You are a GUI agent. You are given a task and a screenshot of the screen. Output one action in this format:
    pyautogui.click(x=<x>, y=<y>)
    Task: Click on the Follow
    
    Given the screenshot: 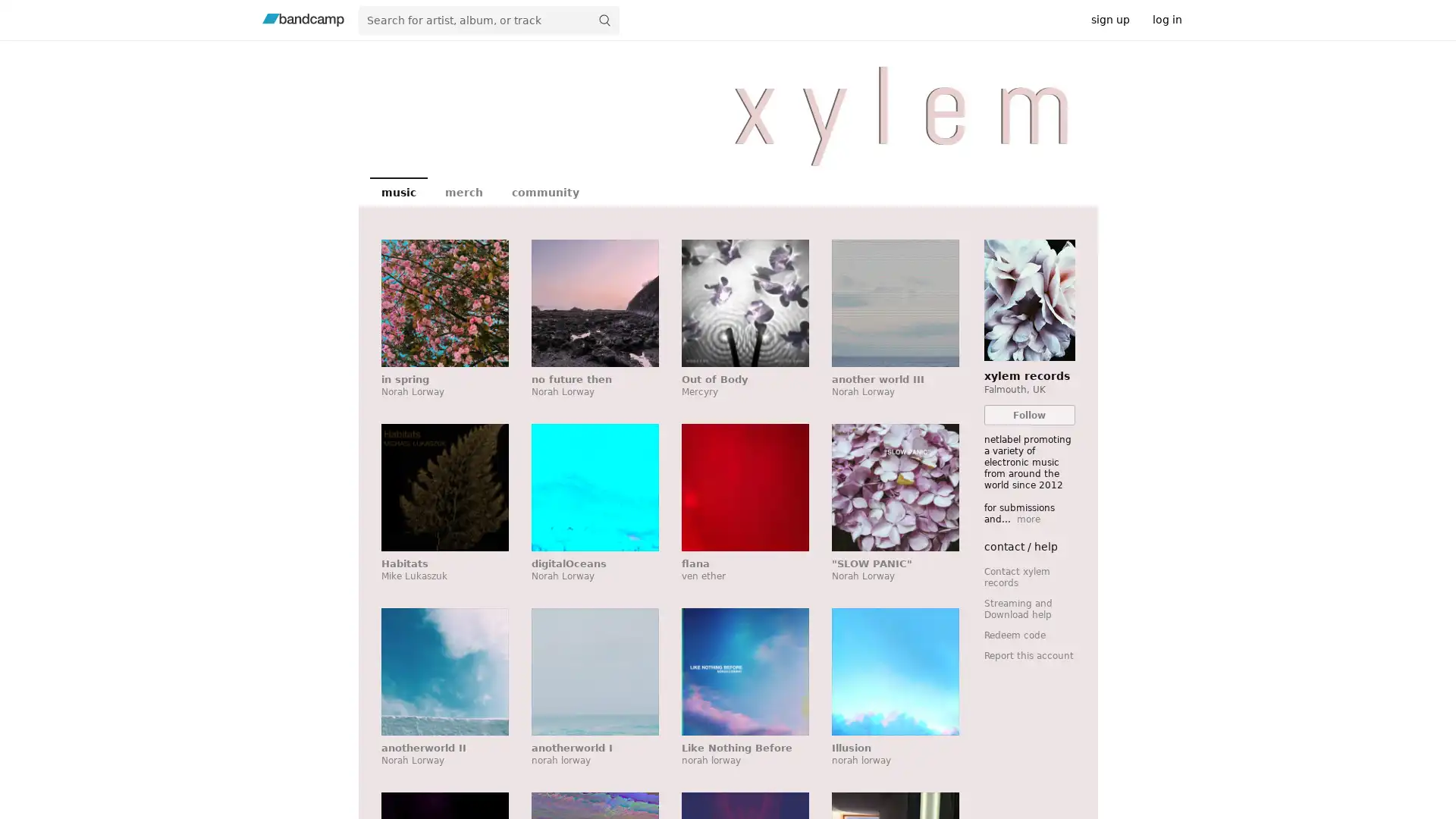 What is the action you would take?
    pyautogui.click(x=1029, y=415)
    